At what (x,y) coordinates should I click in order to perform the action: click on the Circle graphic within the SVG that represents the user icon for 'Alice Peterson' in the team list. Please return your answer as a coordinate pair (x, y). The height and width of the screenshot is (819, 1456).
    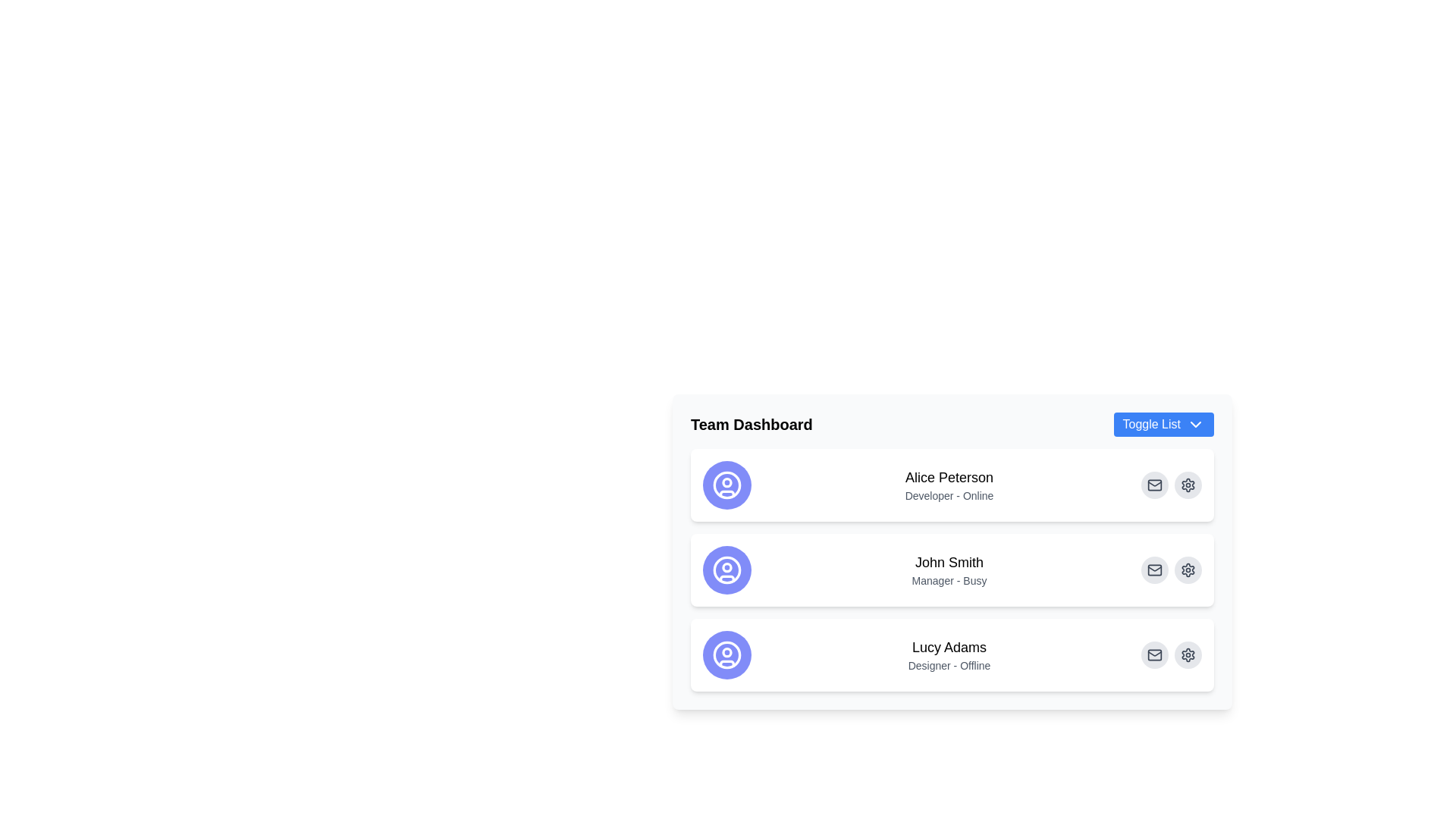
    Looking at the image, I should click on (726, 485).